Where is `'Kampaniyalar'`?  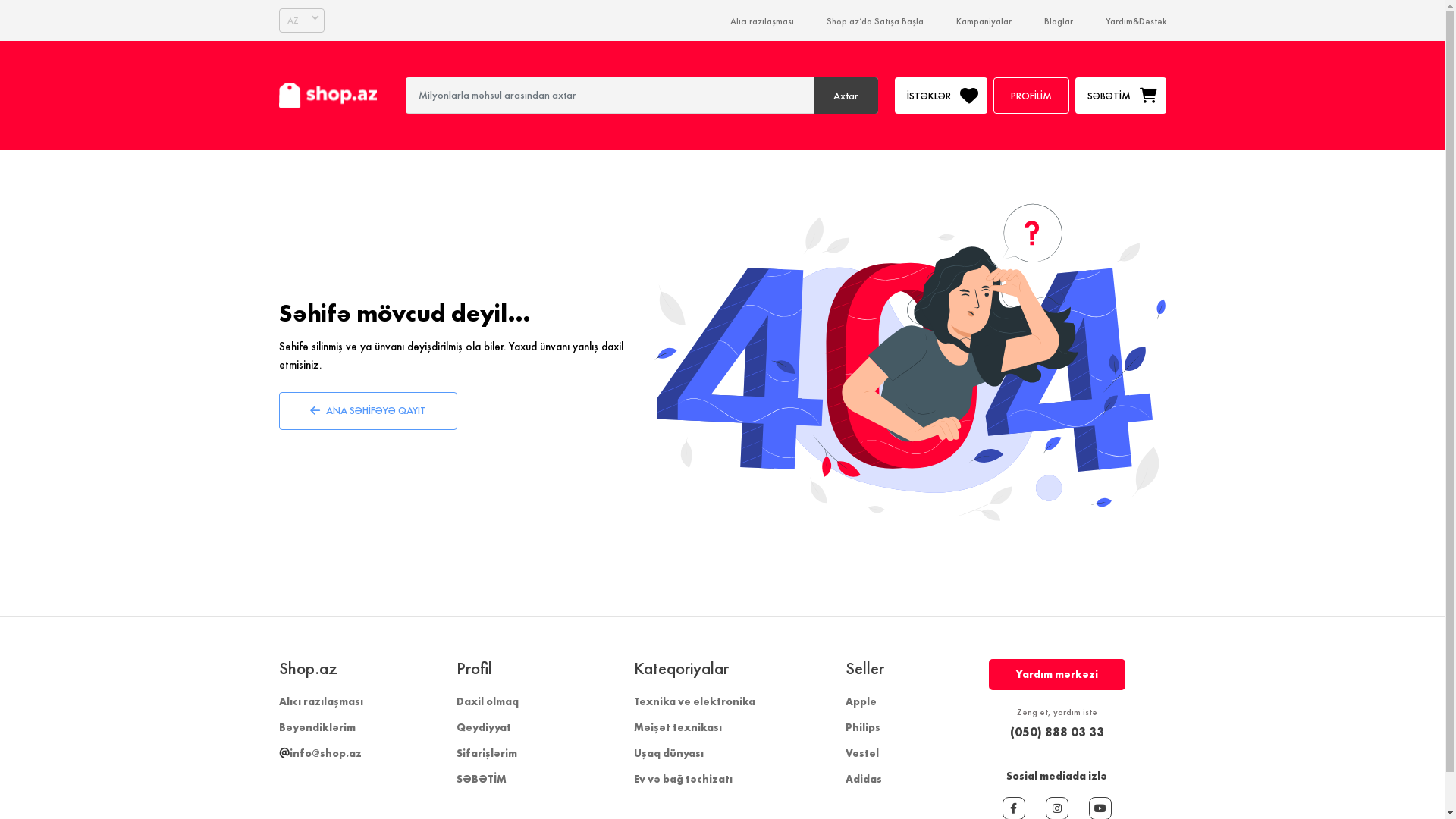 'Kampaniyalar' is located at coordinates (954, 20).